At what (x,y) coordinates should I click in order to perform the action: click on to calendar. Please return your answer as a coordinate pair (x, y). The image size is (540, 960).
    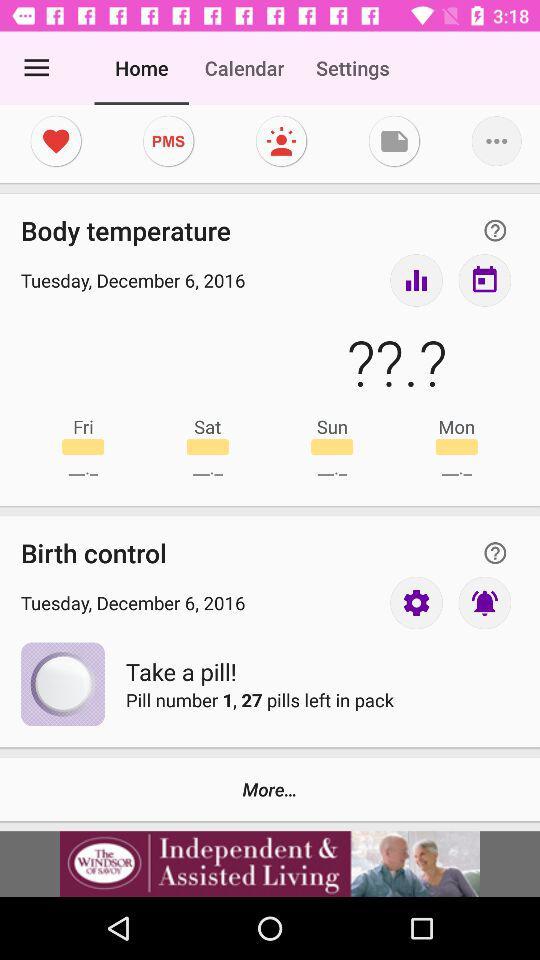
    Looking at the image, I should click on (483, 279).